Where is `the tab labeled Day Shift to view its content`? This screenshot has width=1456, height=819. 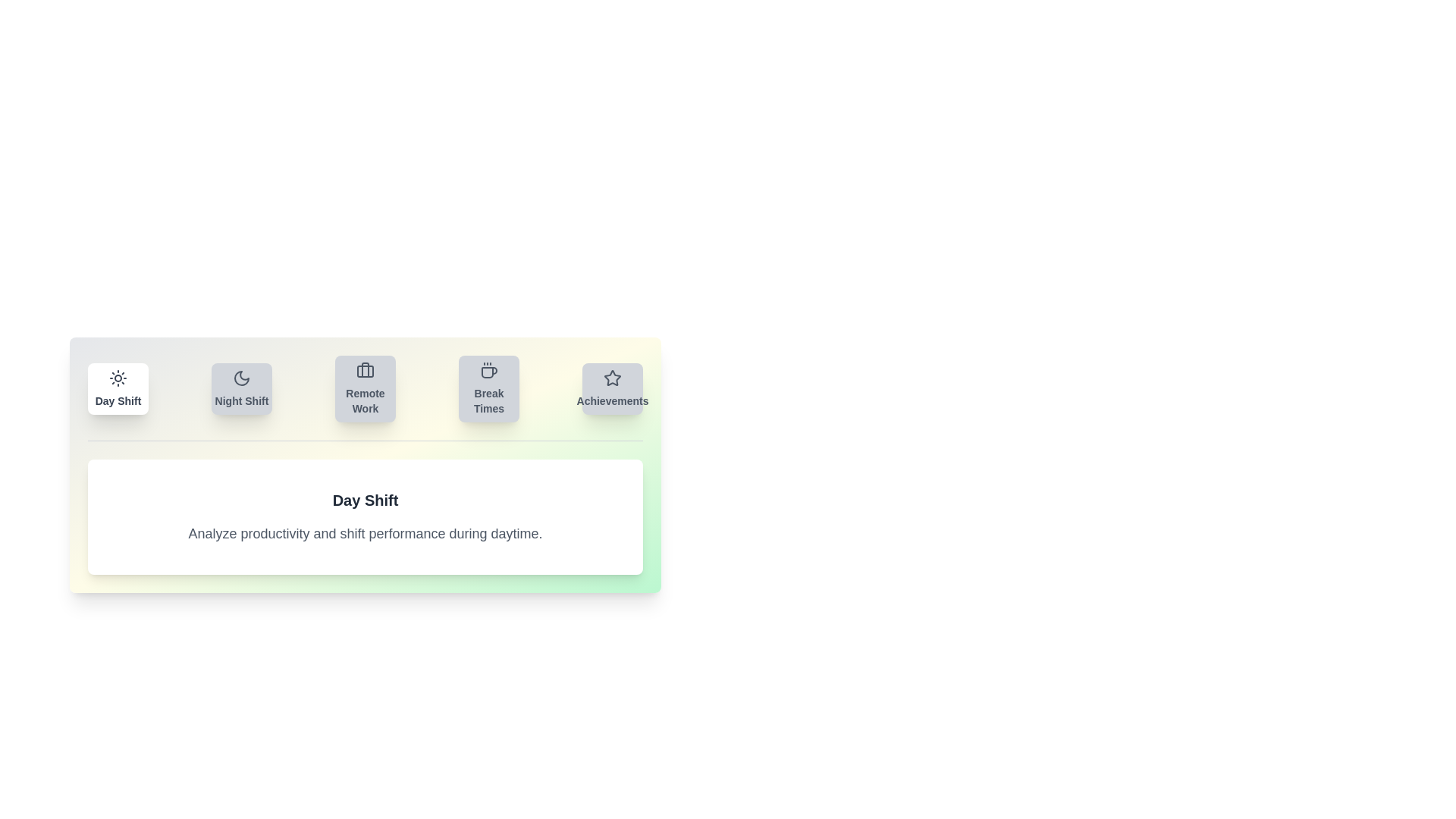 the tab labeled Day Shift to view its content is located at coordinates (118, 388).